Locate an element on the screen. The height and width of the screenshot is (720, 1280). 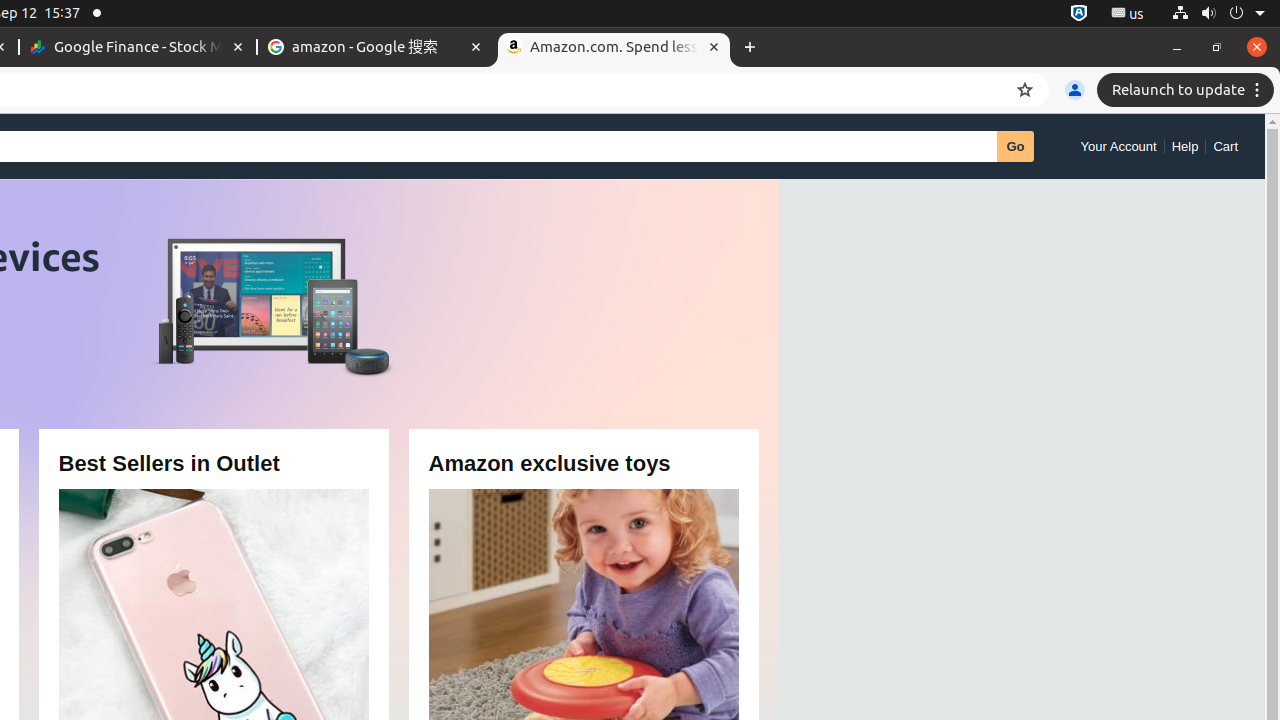
'Go' is located at coordinates (1015, 145).